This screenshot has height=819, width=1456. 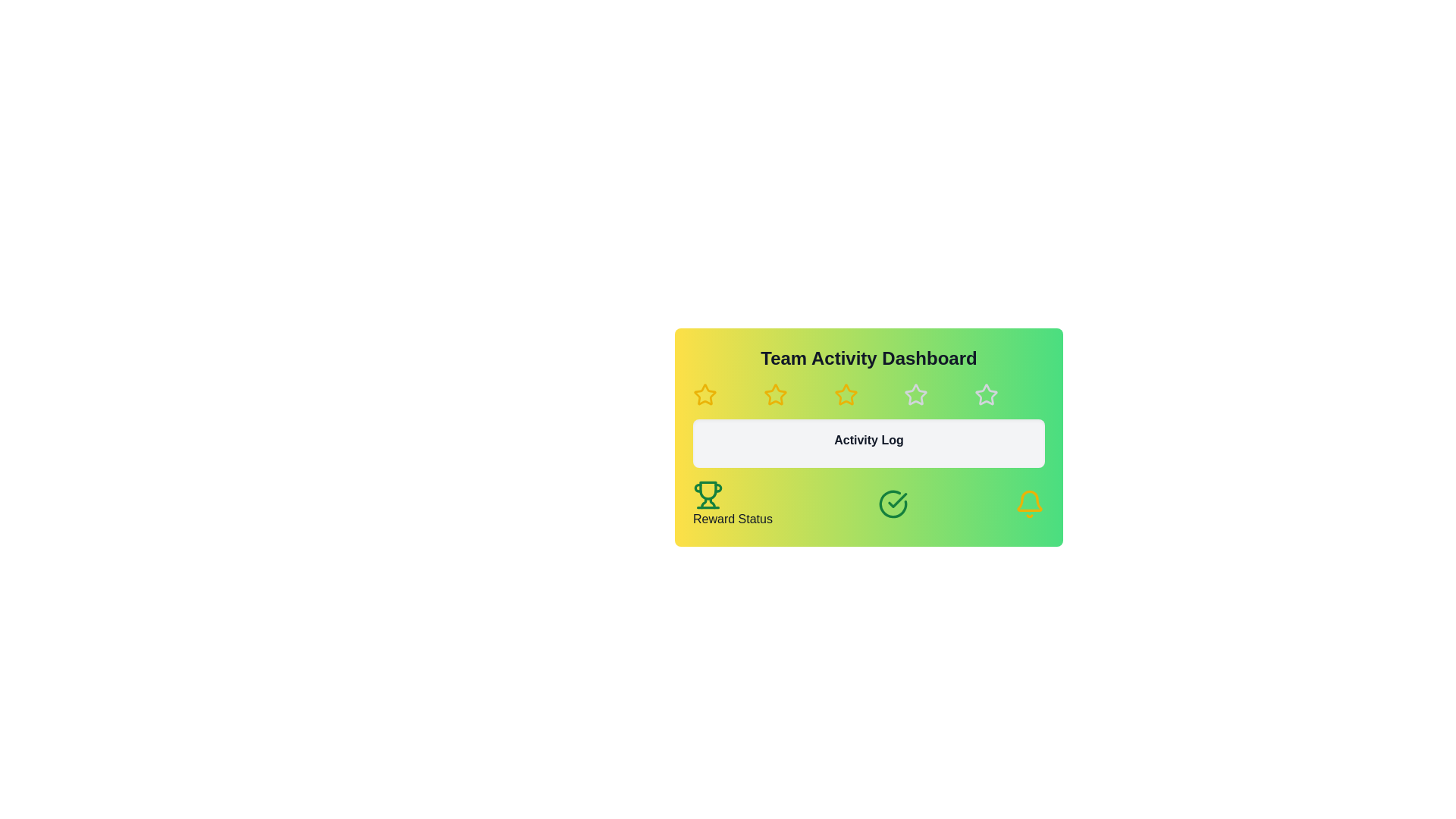 What do you see at coordinates (704, 394) in the screenshot?
I see `the first star-shaped icon with a yellow outline in the header section of the card, located below the 'Team Activity Dashboard' title` at bounding box center [704, 394].